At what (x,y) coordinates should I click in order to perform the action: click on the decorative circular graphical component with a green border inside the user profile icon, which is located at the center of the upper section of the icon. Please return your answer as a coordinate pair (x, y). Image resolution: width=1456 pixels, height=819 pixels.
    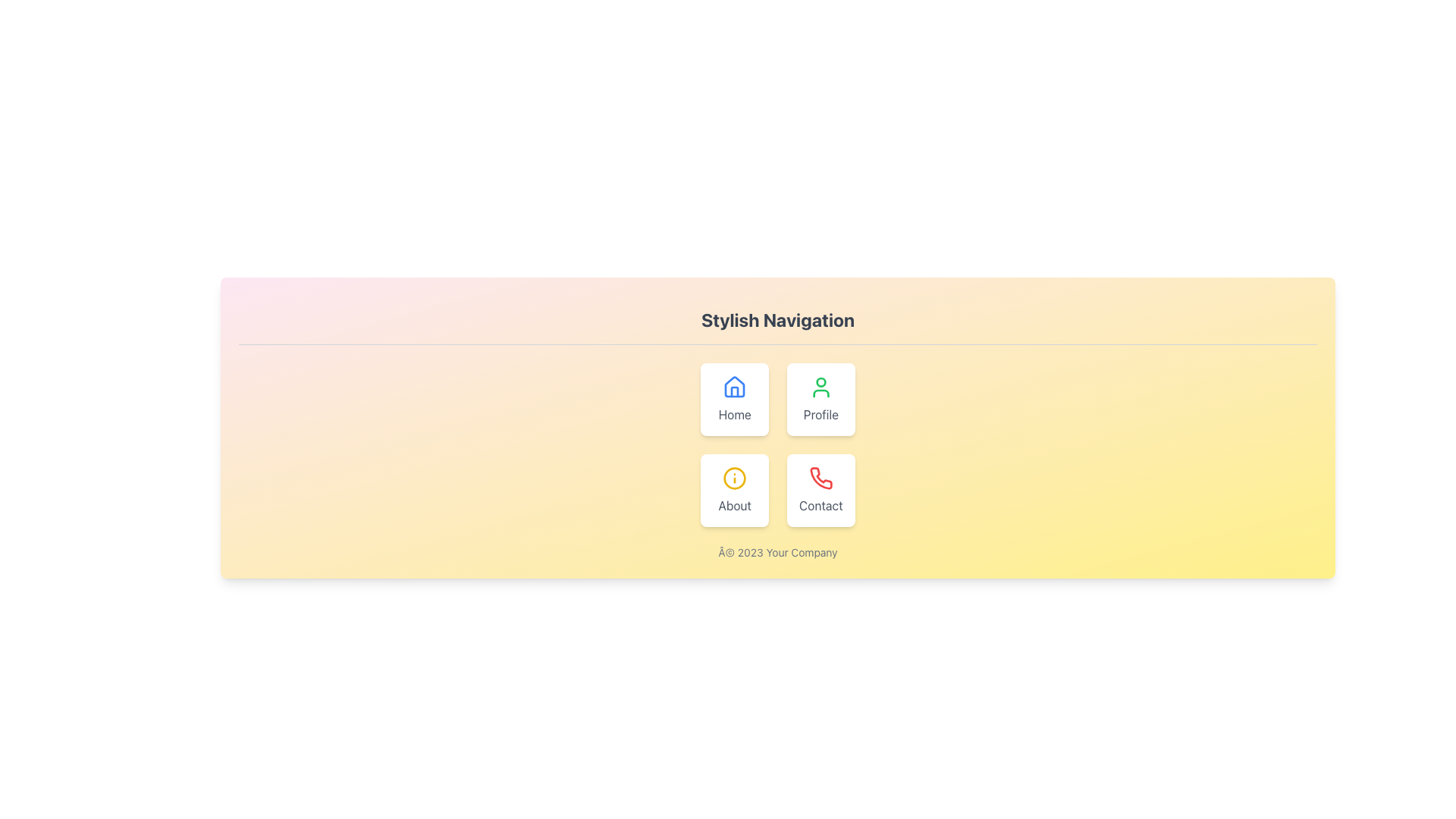
    Looking at the image, I should click on (820, 381).